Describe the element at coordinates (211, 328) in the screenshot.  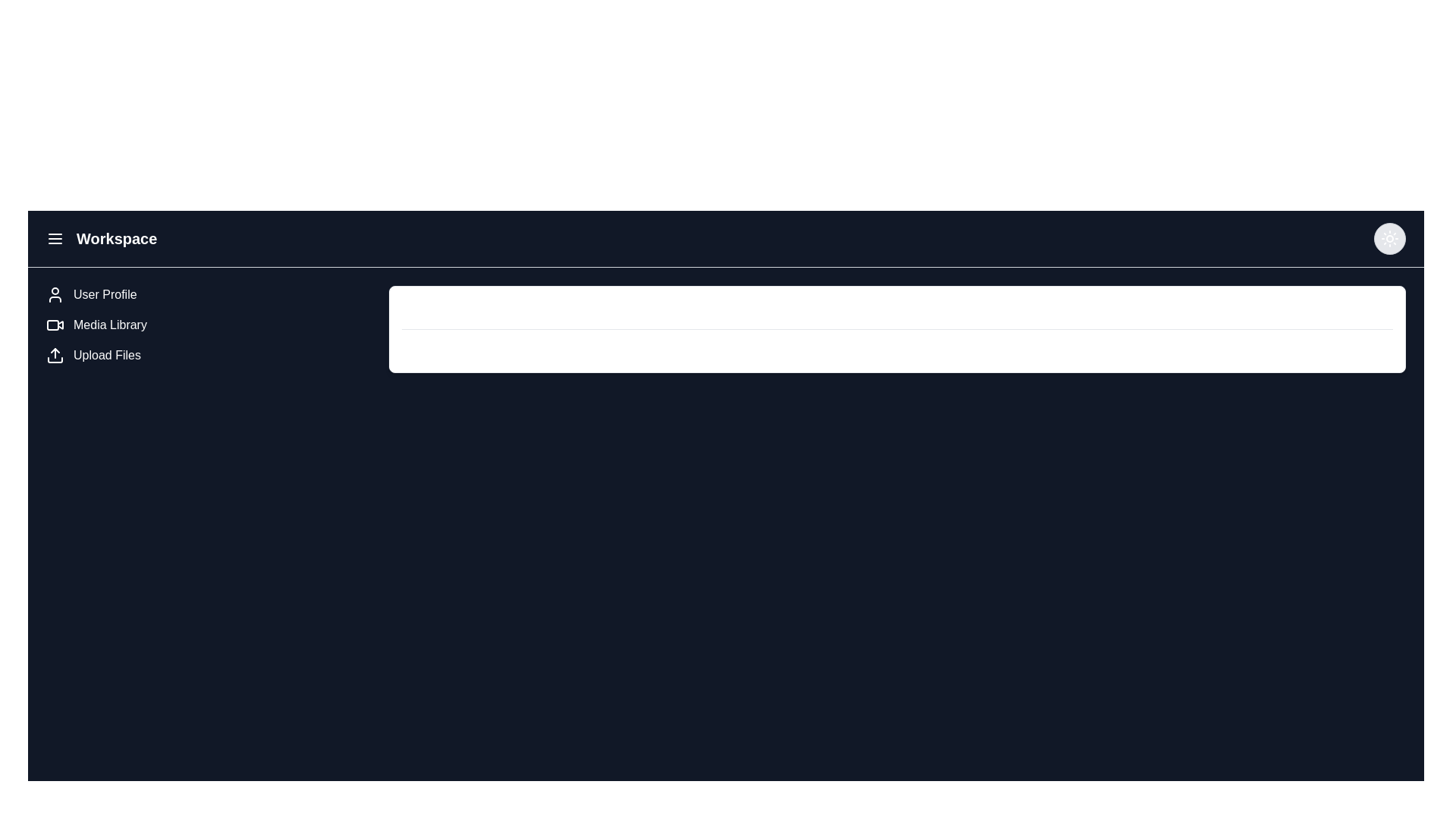
I see `the 'Media Library' link in the Grouped navigation links located in the left sidebar` at that location.